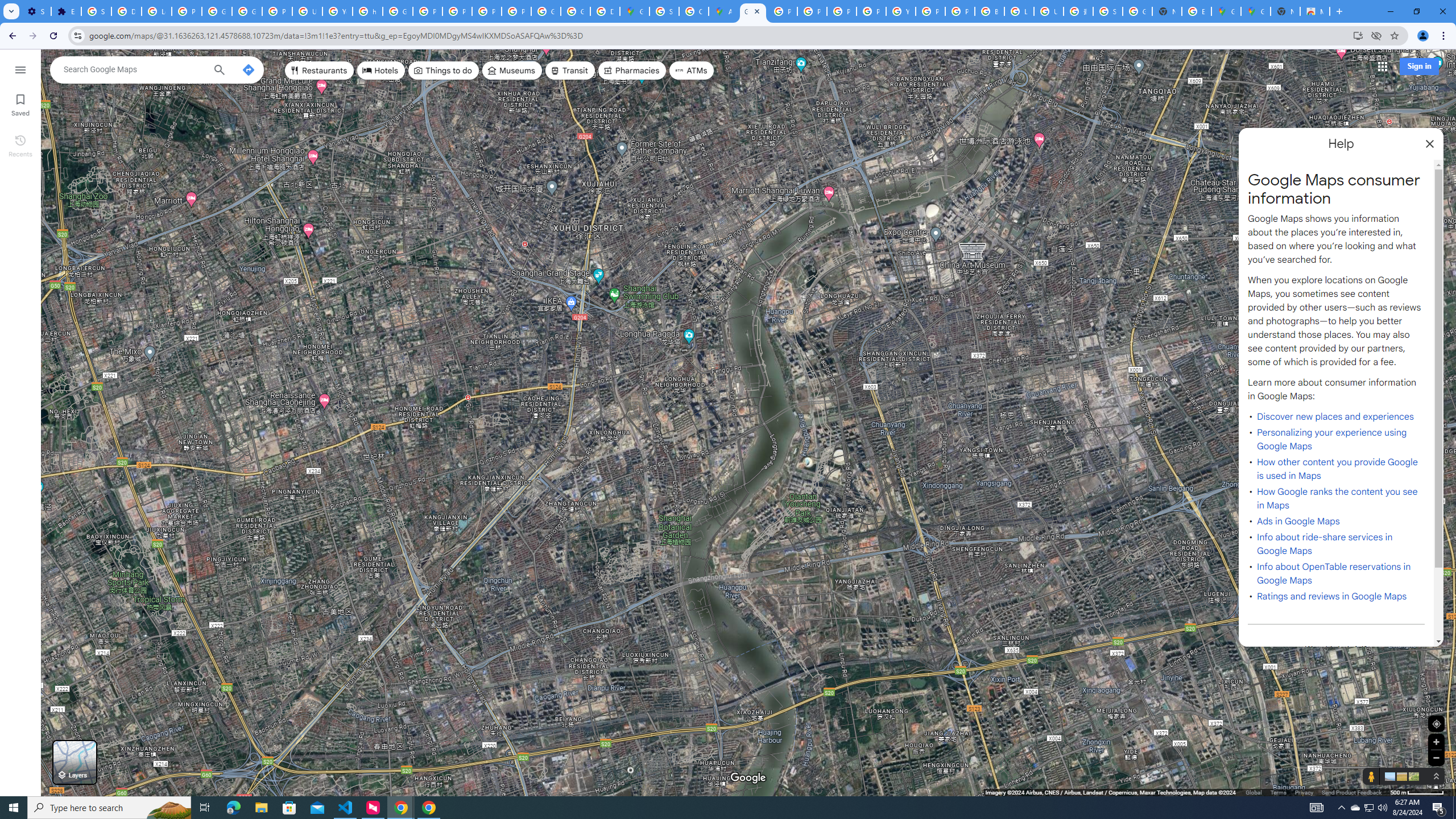 The width and height of the screenshot is (1456, 819). Describe the element at coordinates (1351, 792) in the screenshot. I see `'Send Product Feedback'` at that location.